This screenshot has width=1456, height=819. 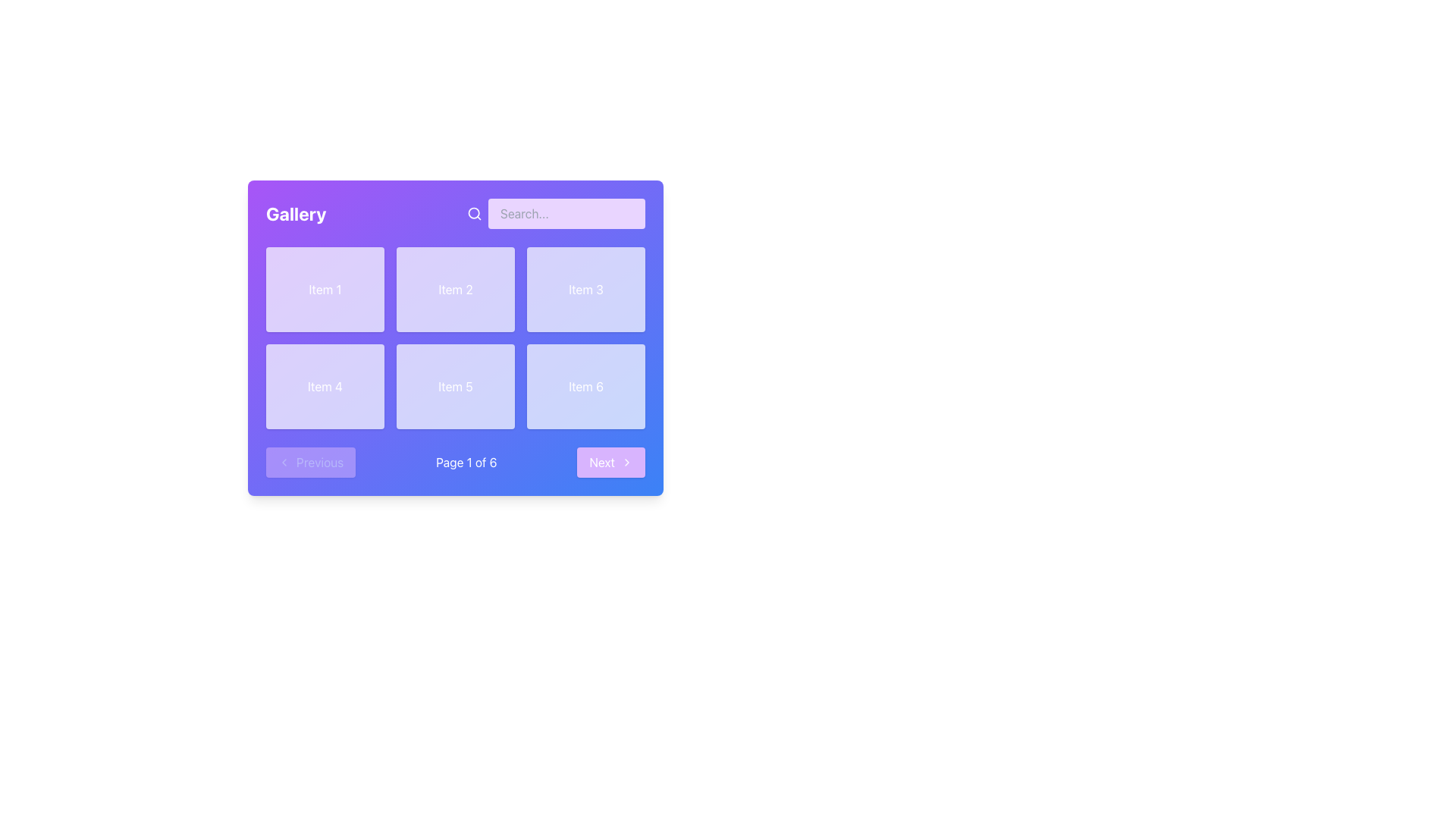 I want to click on the text label in the second row, first column of the grid layout to trigger an effect, so click(x=324, y=385).